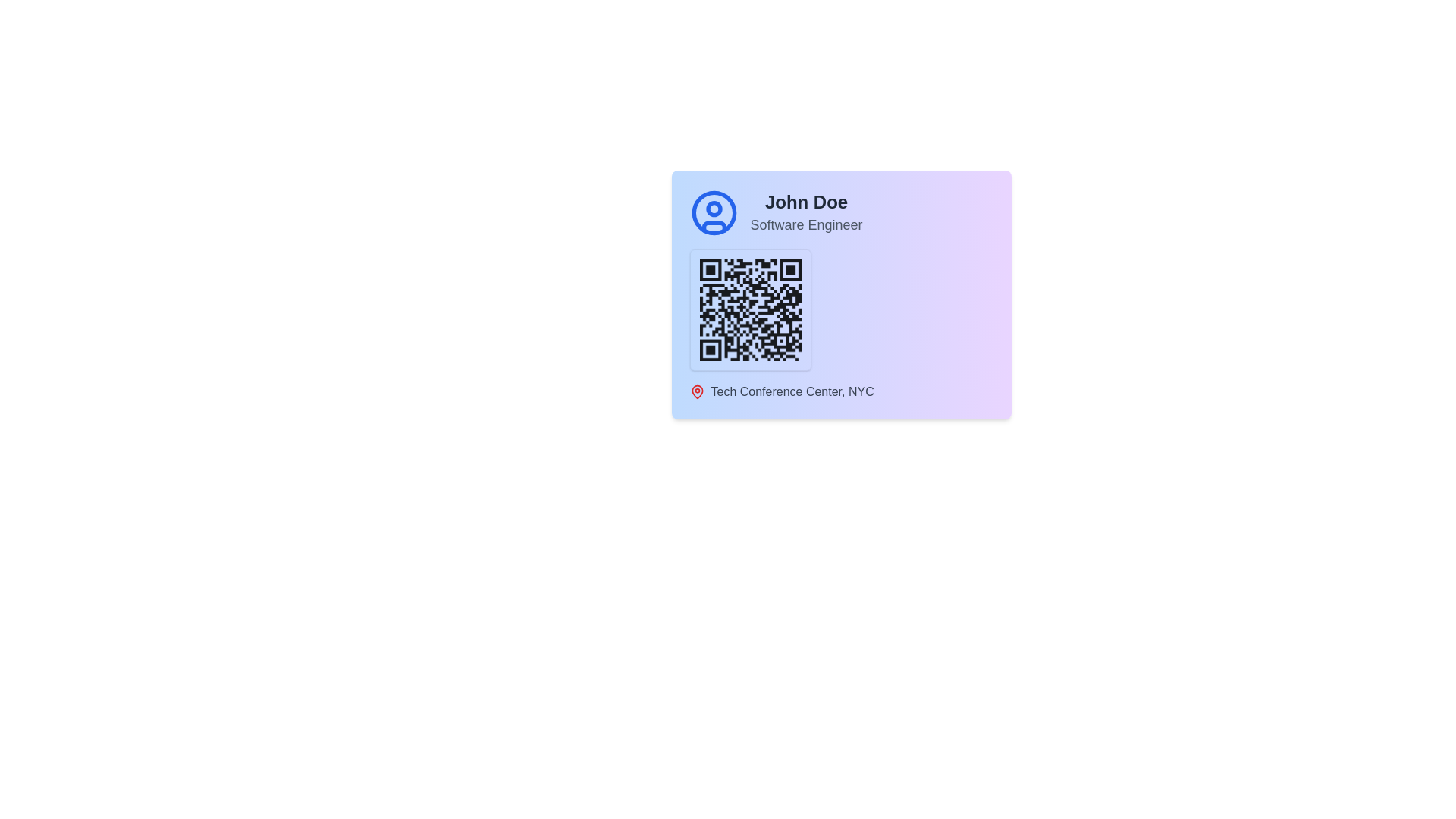  Describe the element at coordinates (713, 209) in the screenshot. I see `the inner circular element of the user profile icon, which has a blue outline on a white background, located in the upper-left section of the card next to 'John Doe, Software Engineer'` at that location.